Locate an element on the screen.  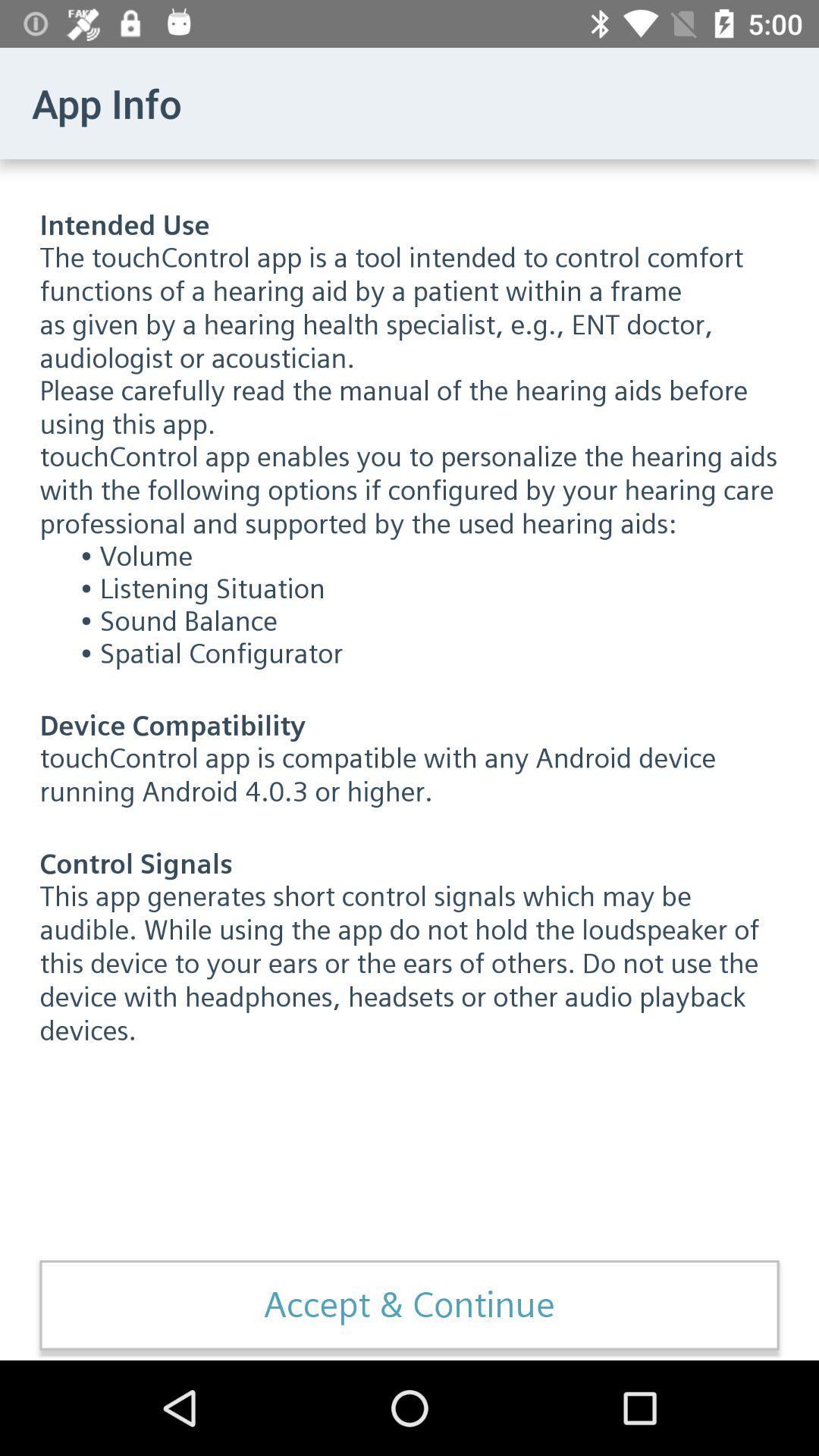
the icon below this app generates item is located at coordinates (409, 1304).